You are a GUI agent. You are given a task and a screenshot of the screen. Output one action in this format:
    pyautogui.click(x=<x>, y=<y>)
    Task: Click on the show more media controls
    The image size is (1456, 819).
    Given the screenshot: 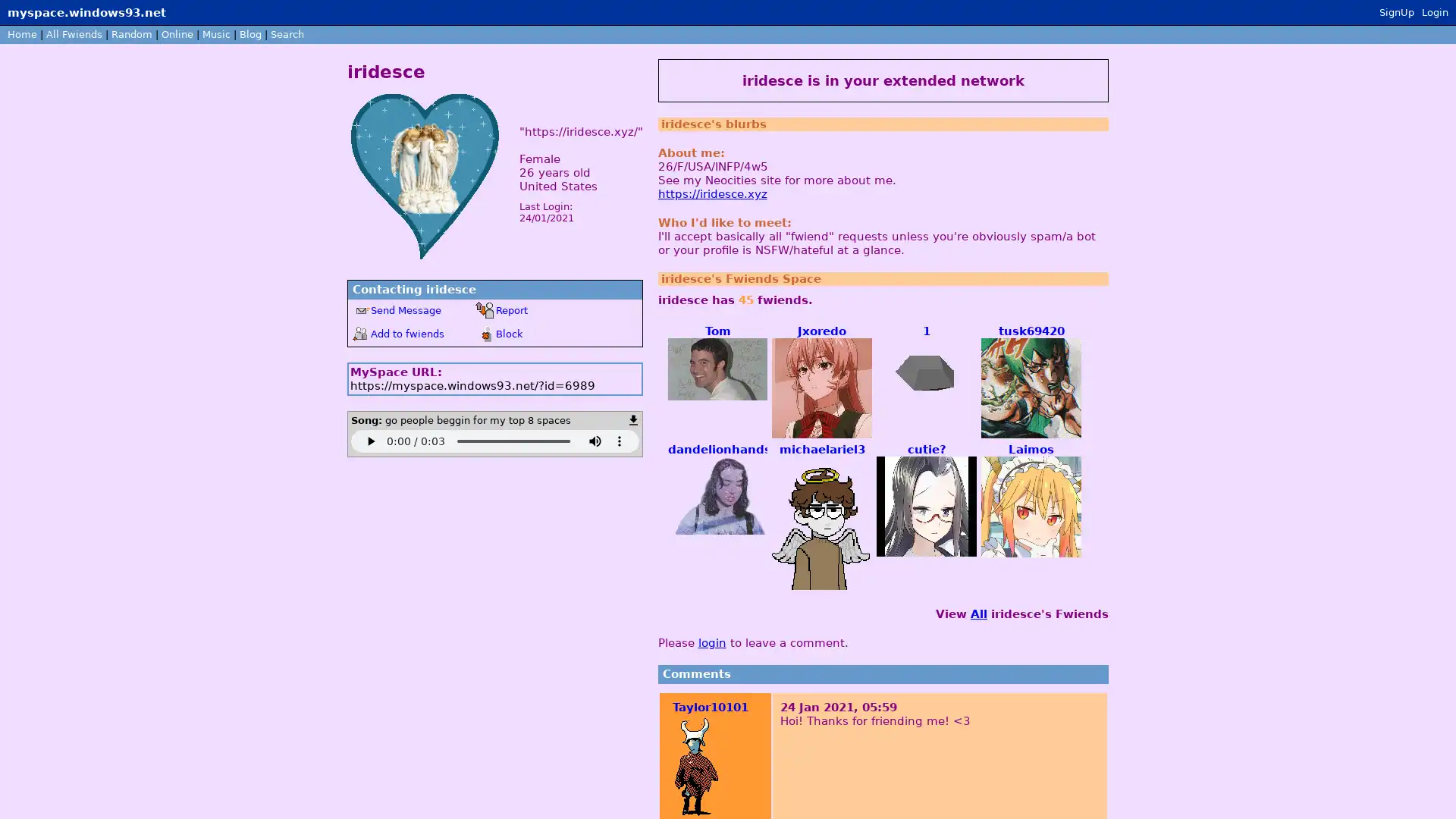 What is the action you would take?
    pyautogui.click(x=619, y=441)
    